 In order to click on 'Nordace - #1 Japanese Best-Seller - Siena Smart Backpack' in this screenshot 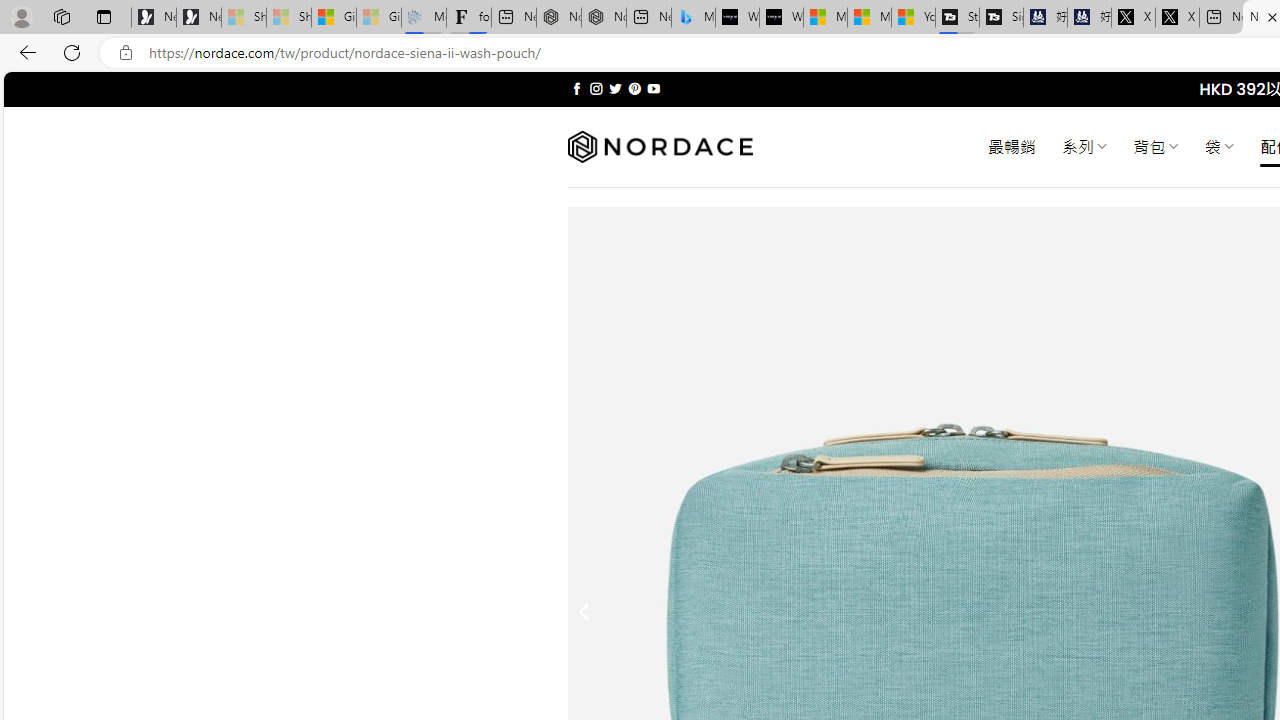, I will do `click(603, 17)`.